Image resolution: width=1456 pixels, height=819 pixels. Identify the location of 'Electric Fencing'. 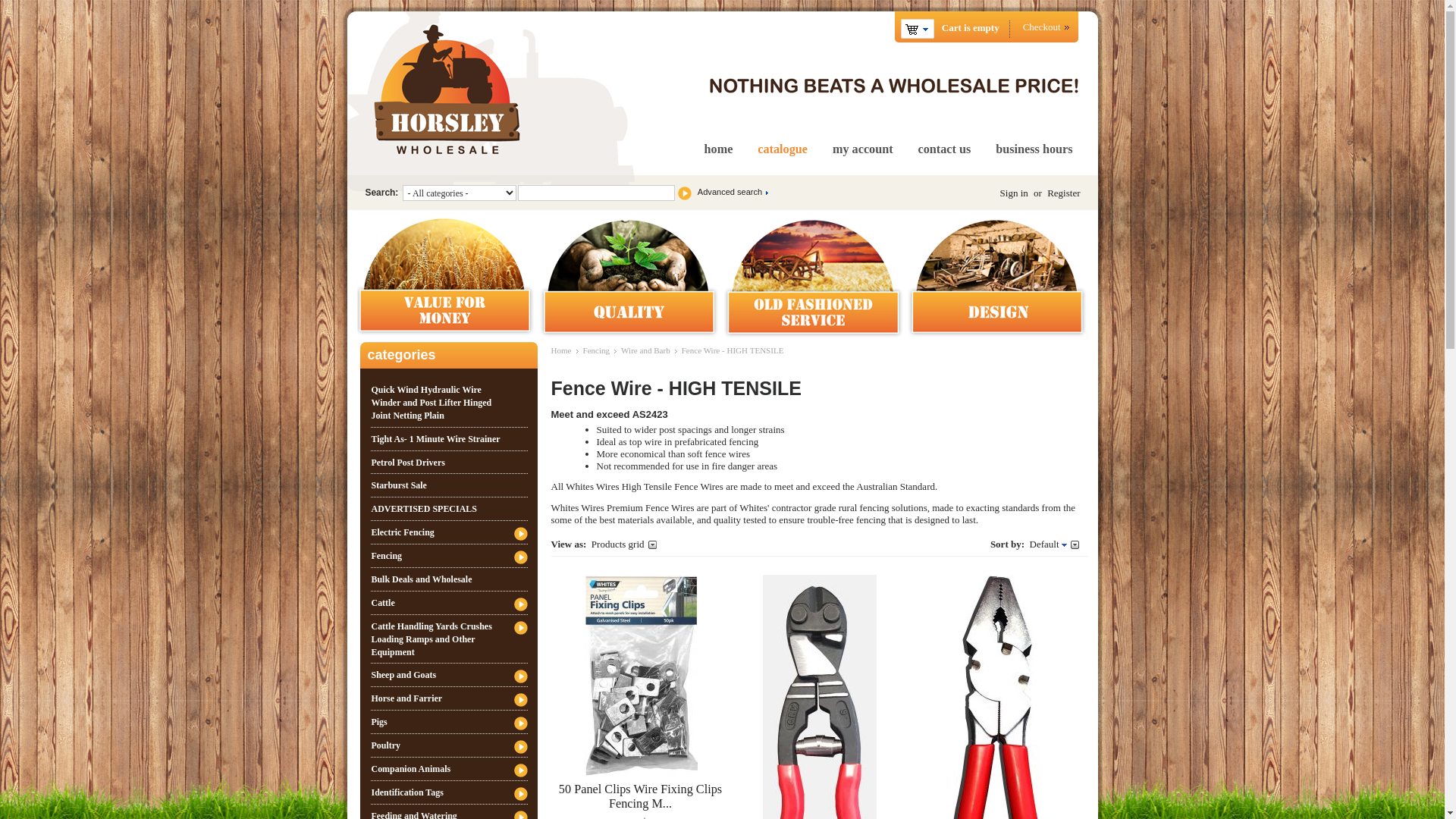
(447, 532).